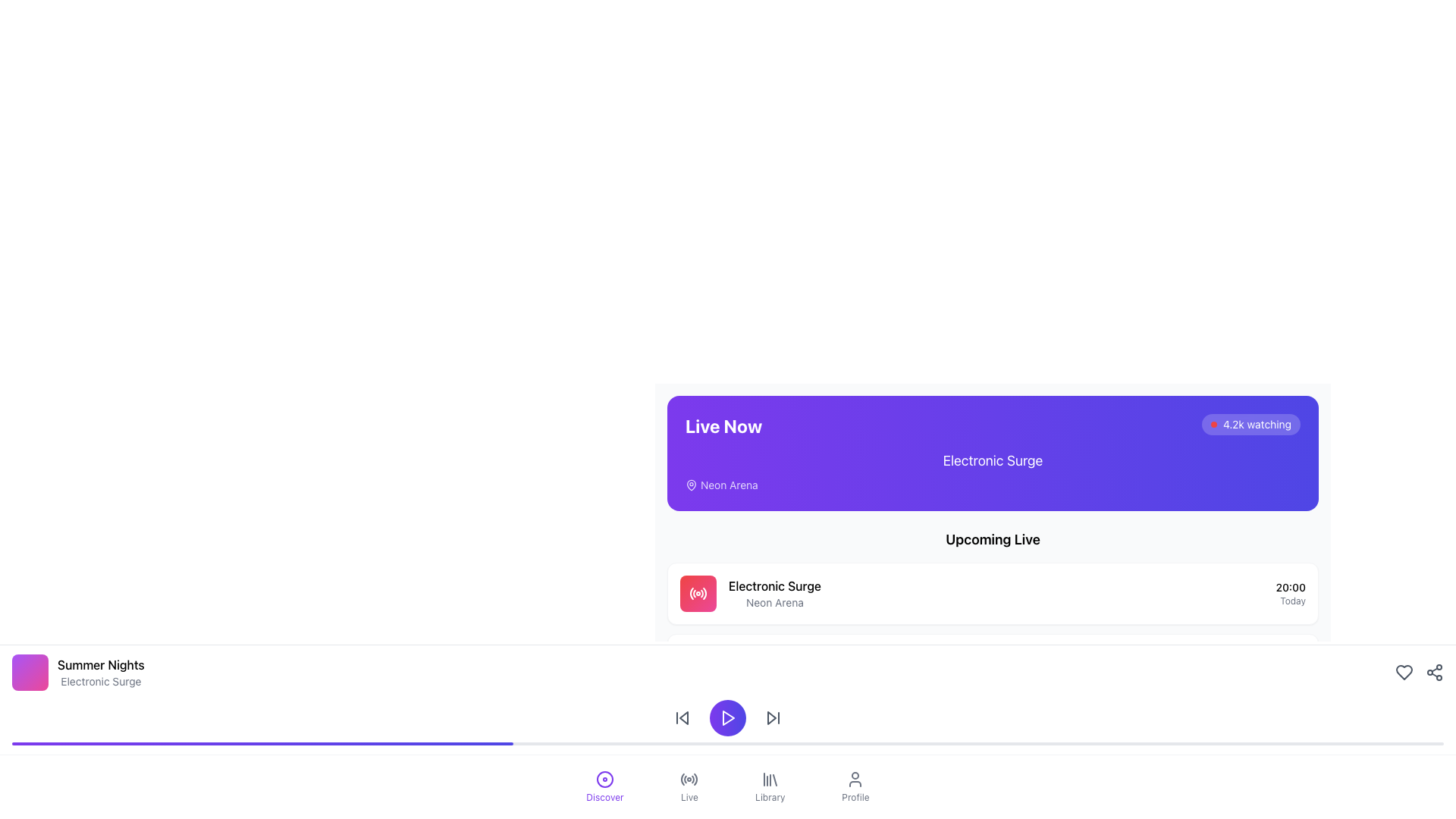  Describe the element at coordinates (1290, 587) in the screenshot. I see `the static text component displaying '20:00', which is styled in a medium font and positioned above the text 'Today' in the bottom-right section of the 'Upcoming Live' area` at that location.